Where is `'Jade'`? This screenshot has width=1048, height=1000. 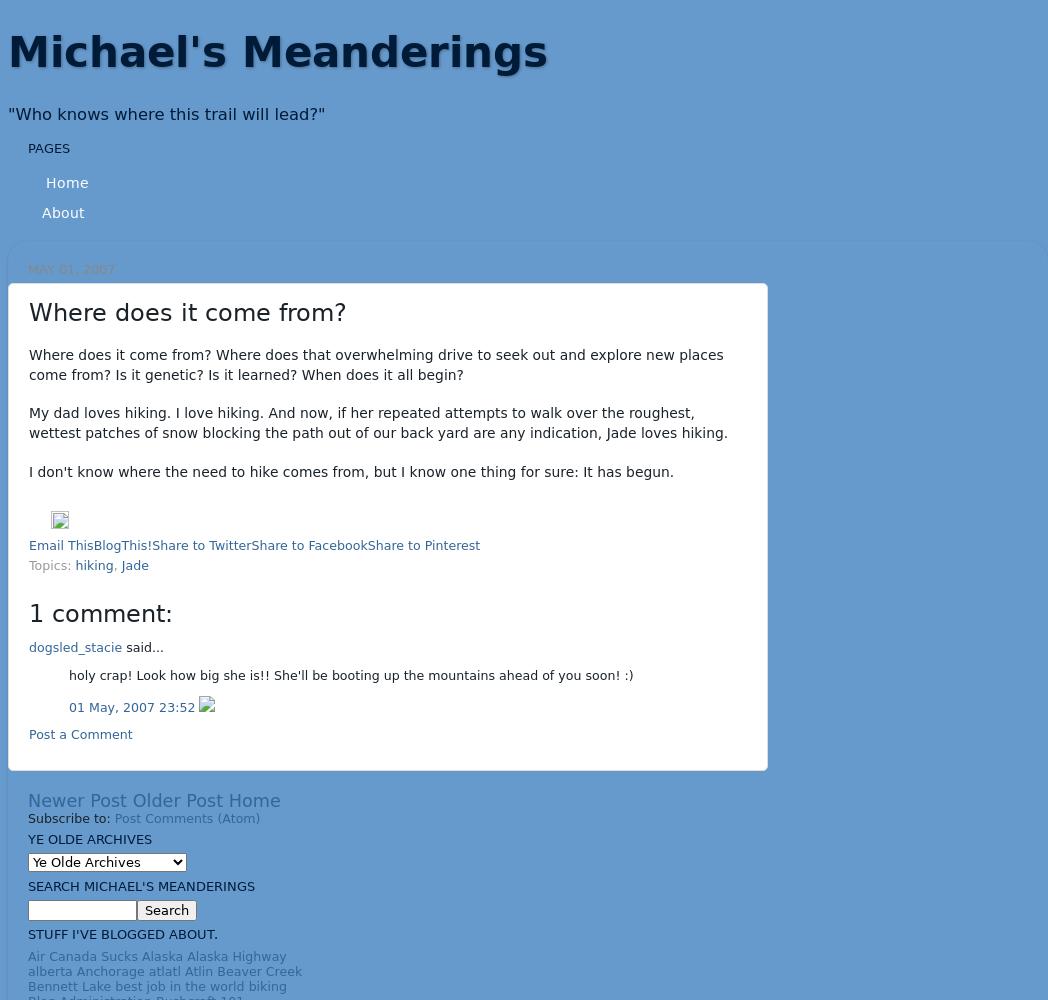 'Jade' is located at coordinates (134, 563).